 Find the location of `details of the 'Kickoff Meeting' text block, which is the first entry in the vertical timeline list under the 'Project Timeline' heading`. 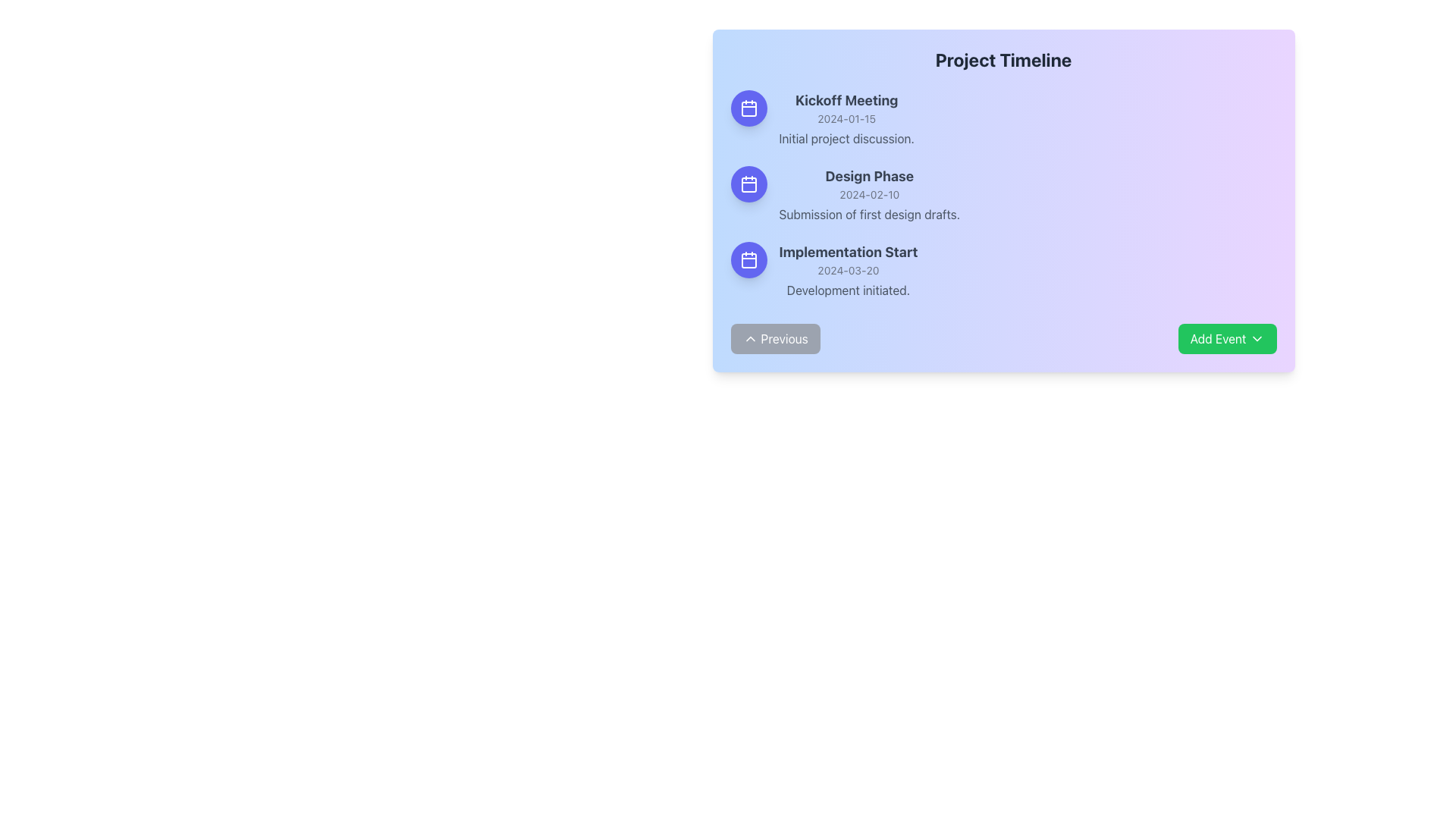

details of the 'Kickoff Meeting' text block, which is the first entry in the vertical timeline list under the 'Project Timeline' heading is located at coordinates (846, 118).